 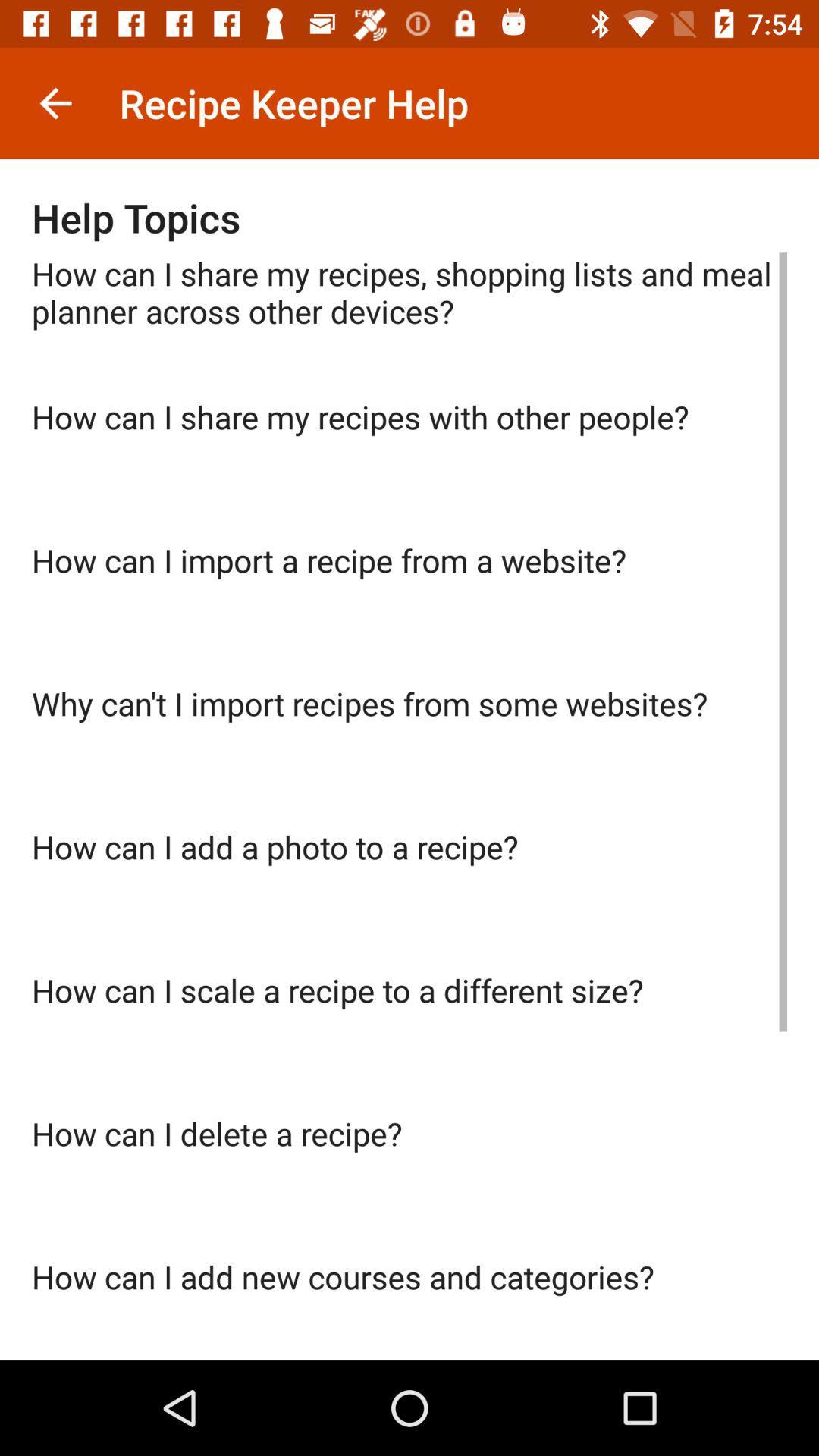 What do you see at coordinates (55, 102) in the screenshot?
I see `item to the left of the recipe keeper help app` at bounding box center [55, 102].